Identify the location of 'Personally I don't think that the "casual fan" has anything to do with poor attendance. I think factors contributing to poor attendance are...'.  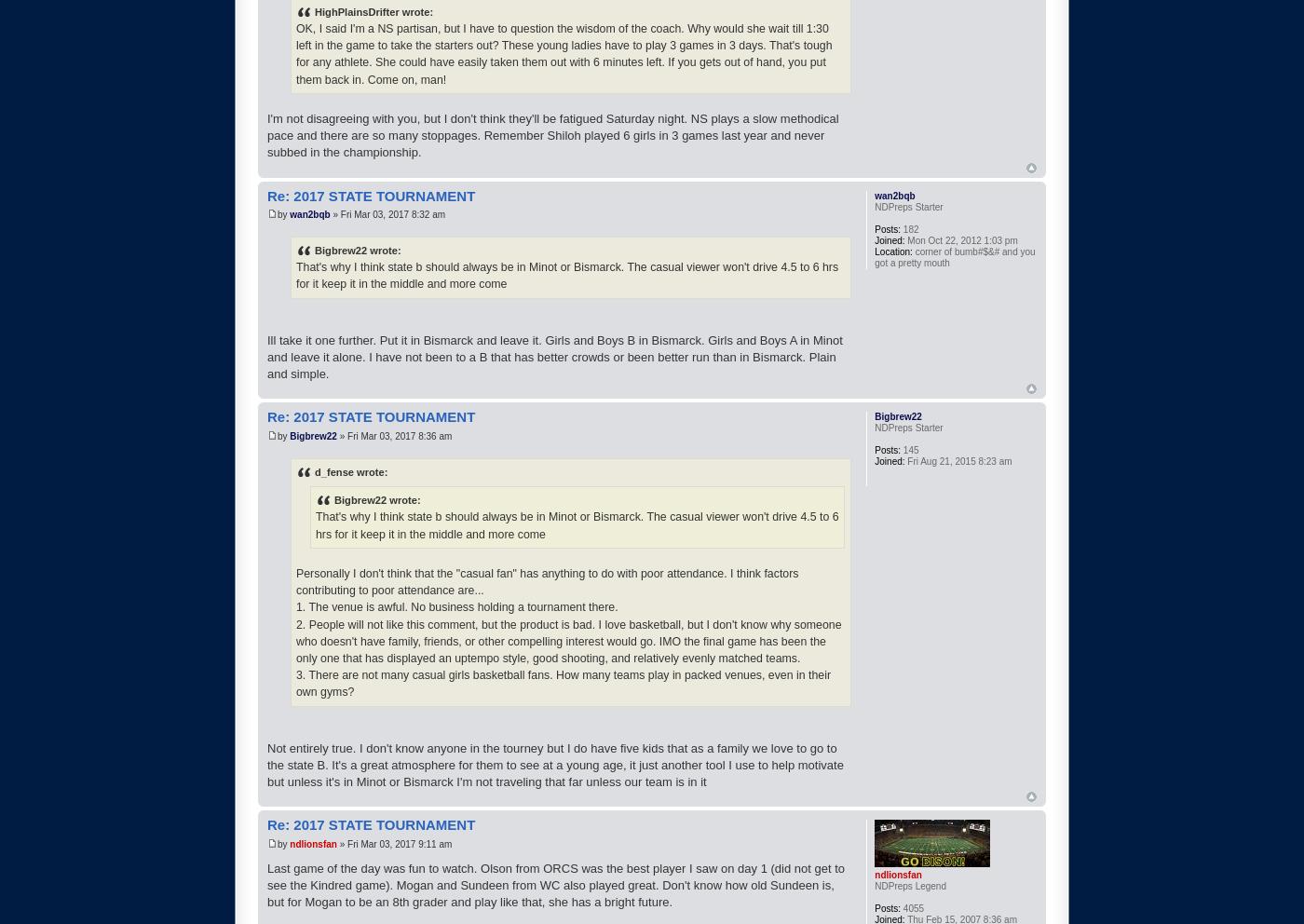
(547, 581).